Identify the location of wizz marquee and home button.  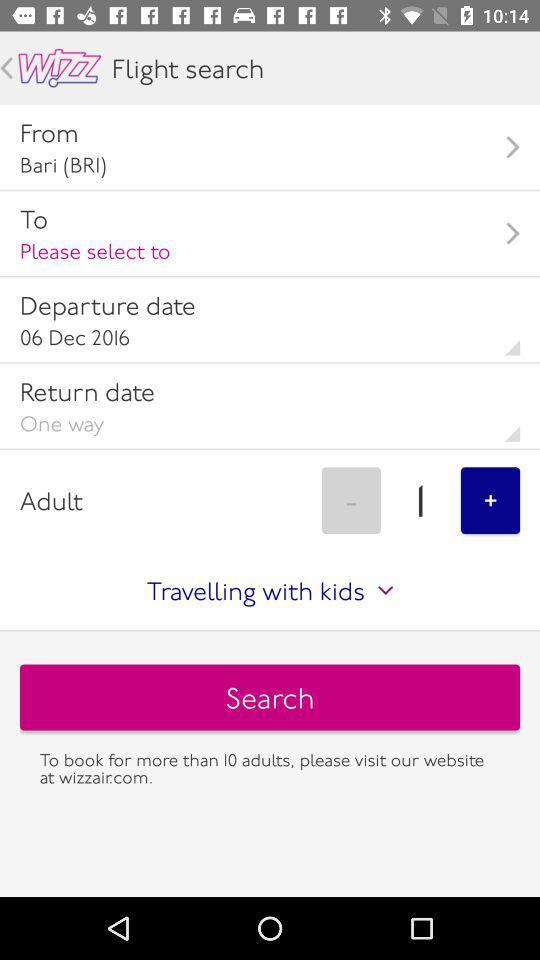
(59, 68).